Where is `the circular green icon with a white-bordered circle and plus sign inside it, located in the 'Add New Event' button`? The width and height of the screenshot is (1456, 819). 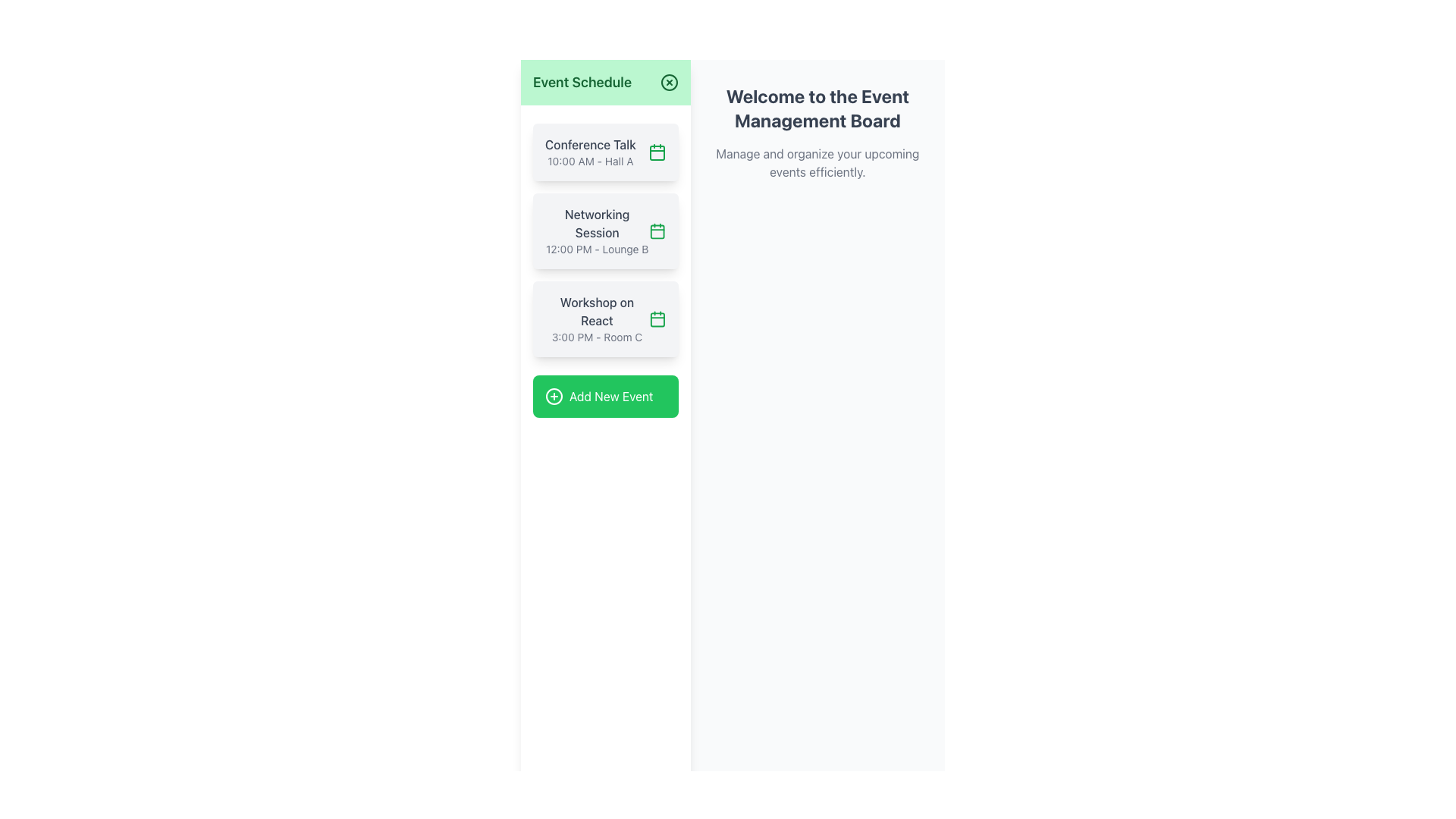
the circular green icon with a white-bordered circle and plus sign inside it, located in the 'Add New Event' button is located at coordinates (553, 396).